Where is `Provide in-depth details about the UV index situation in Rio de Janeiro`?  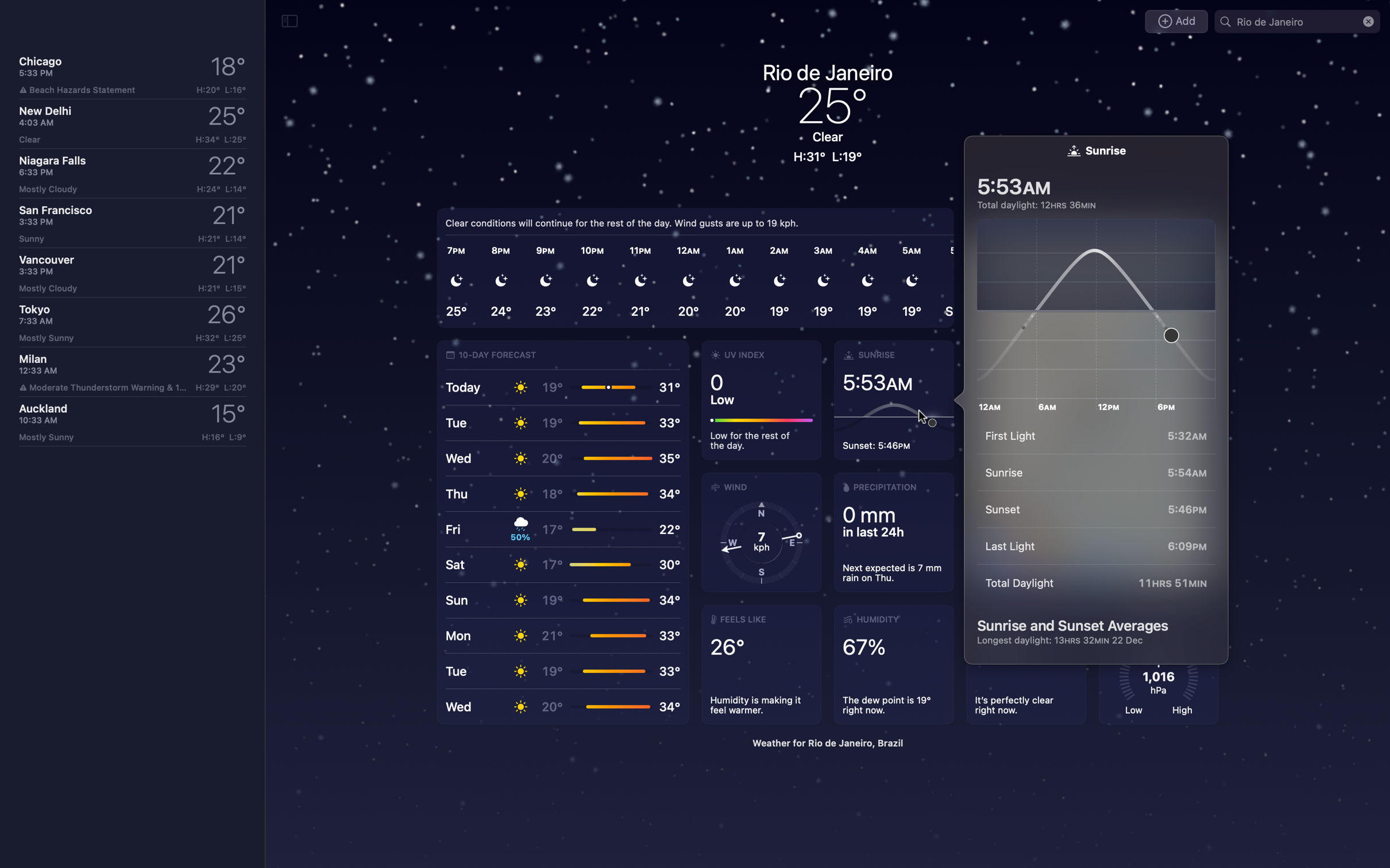
Provide in-depth details about the UV index situation in Rio de Janeiro is located at coordinates (761, 401).